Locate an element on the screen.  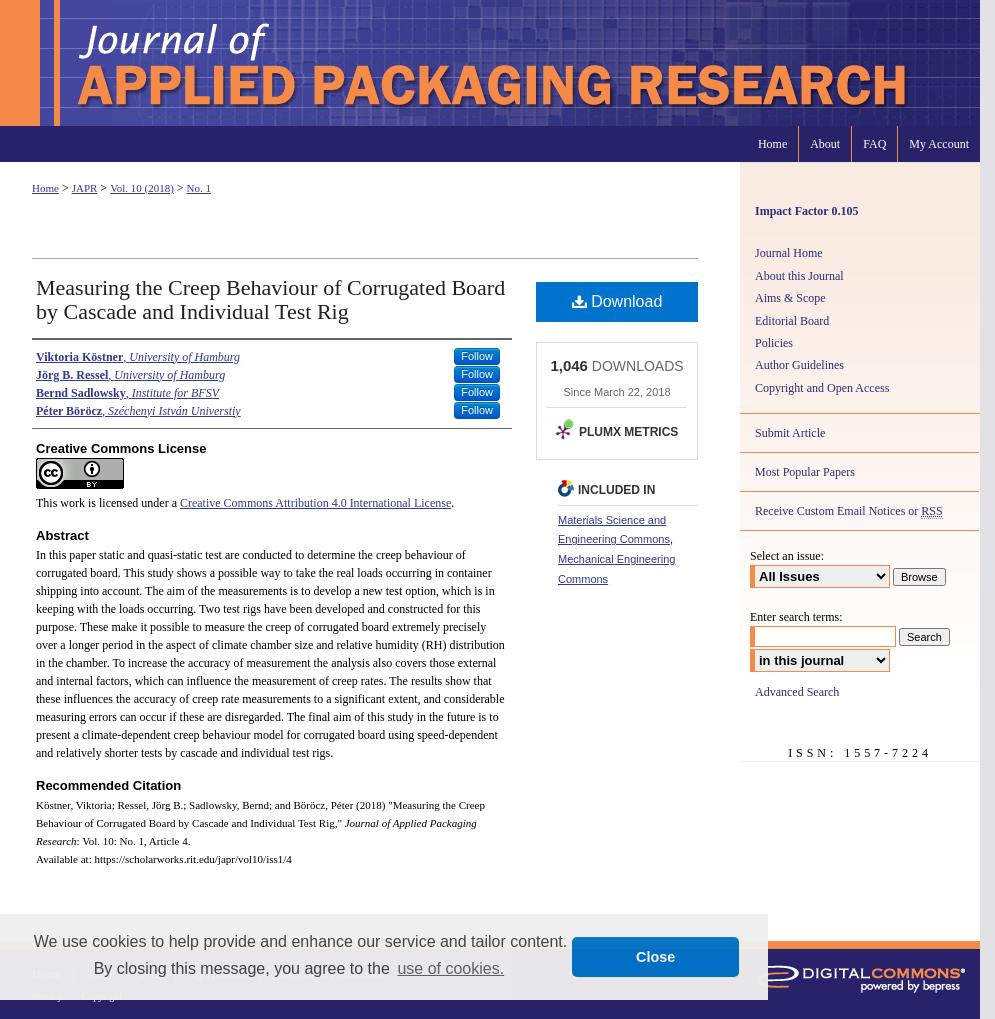
'DOWNLOADS' is located at coordinates (635, 365).